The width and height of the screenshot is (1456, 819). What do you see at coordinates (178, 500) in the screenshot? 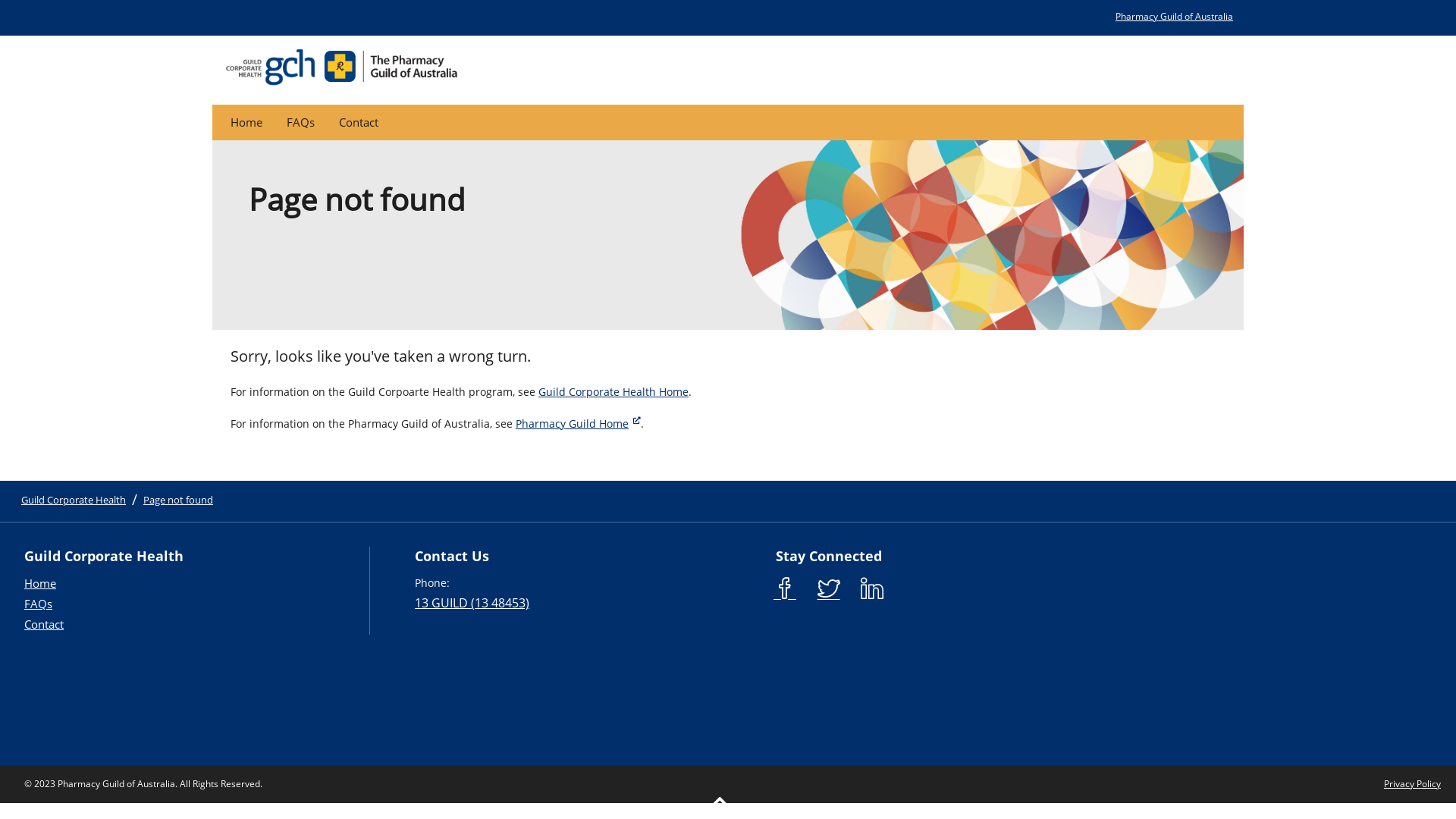
I see `'Page not found'` at bounding box center [178, 500].